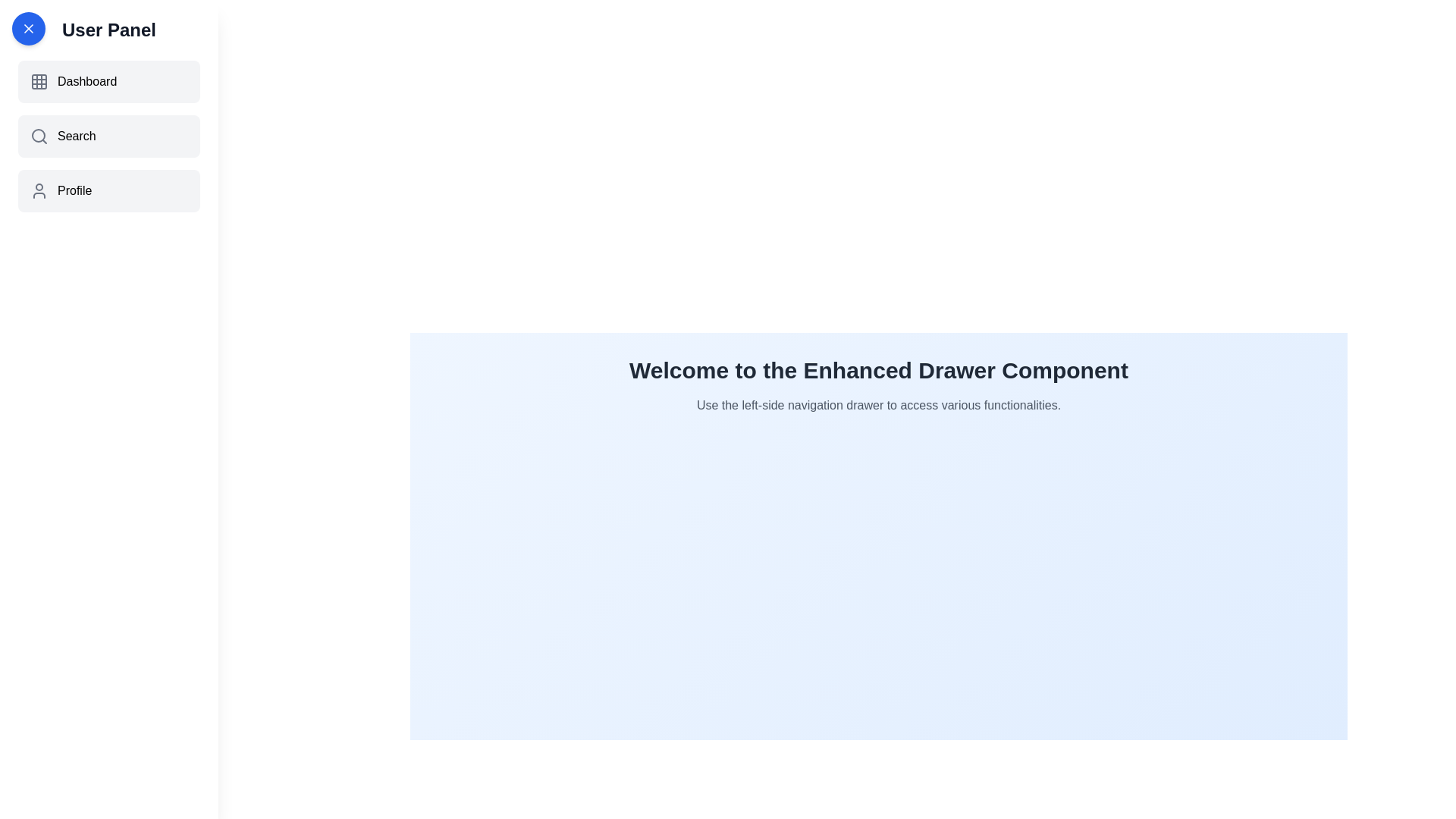  I want to click on the circular blue button with a white cross icon in the top-left corner, so click(29, 29).